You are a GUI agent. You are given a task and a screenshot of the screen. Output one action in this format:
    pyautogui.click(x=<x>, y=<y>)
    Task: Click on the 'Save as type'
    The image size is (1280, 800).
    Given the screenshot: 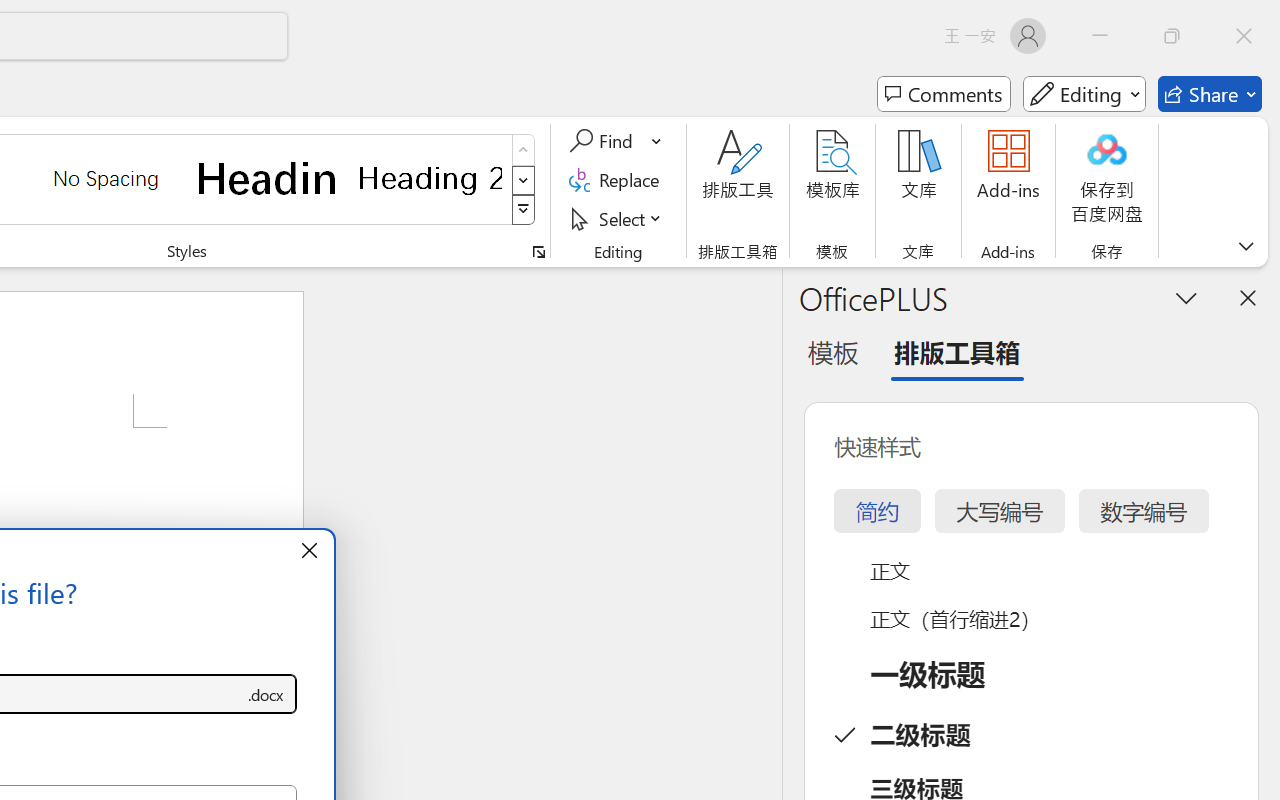 What is the action you would take?
    pyautogui.click(x=264, y=694)
    